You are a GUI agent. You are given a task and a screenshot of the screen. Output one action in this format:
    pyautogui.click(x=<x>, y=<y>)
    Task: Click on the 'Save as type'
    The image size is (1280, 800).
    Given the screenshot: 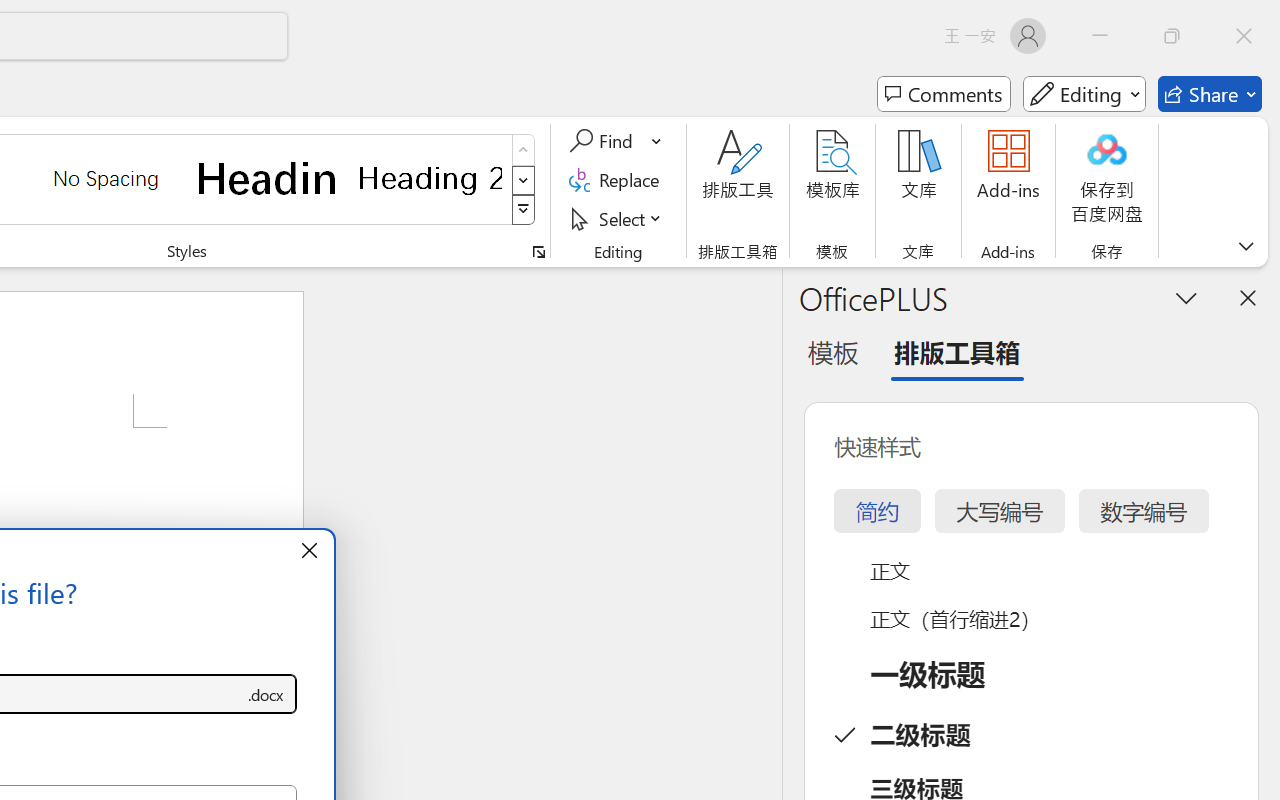 What is the action you would take?
    pyautogui.click(x=264, y=694)
    